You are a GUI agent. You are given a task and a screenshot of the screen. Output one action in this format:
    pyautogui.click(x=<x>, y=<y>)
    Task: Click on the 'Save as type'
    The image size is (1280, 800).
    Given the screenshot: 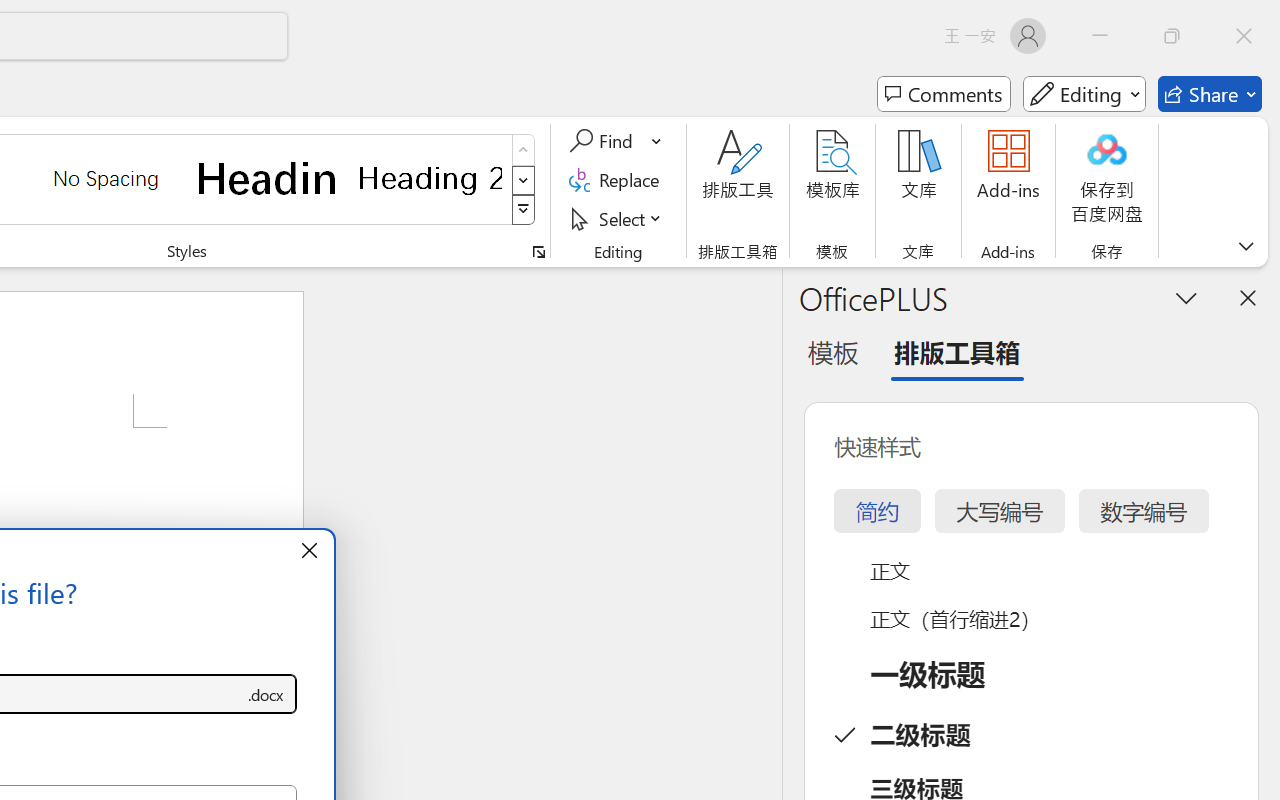 What is the action you would take?
    pyautogui.click(x=264, y=694)
    